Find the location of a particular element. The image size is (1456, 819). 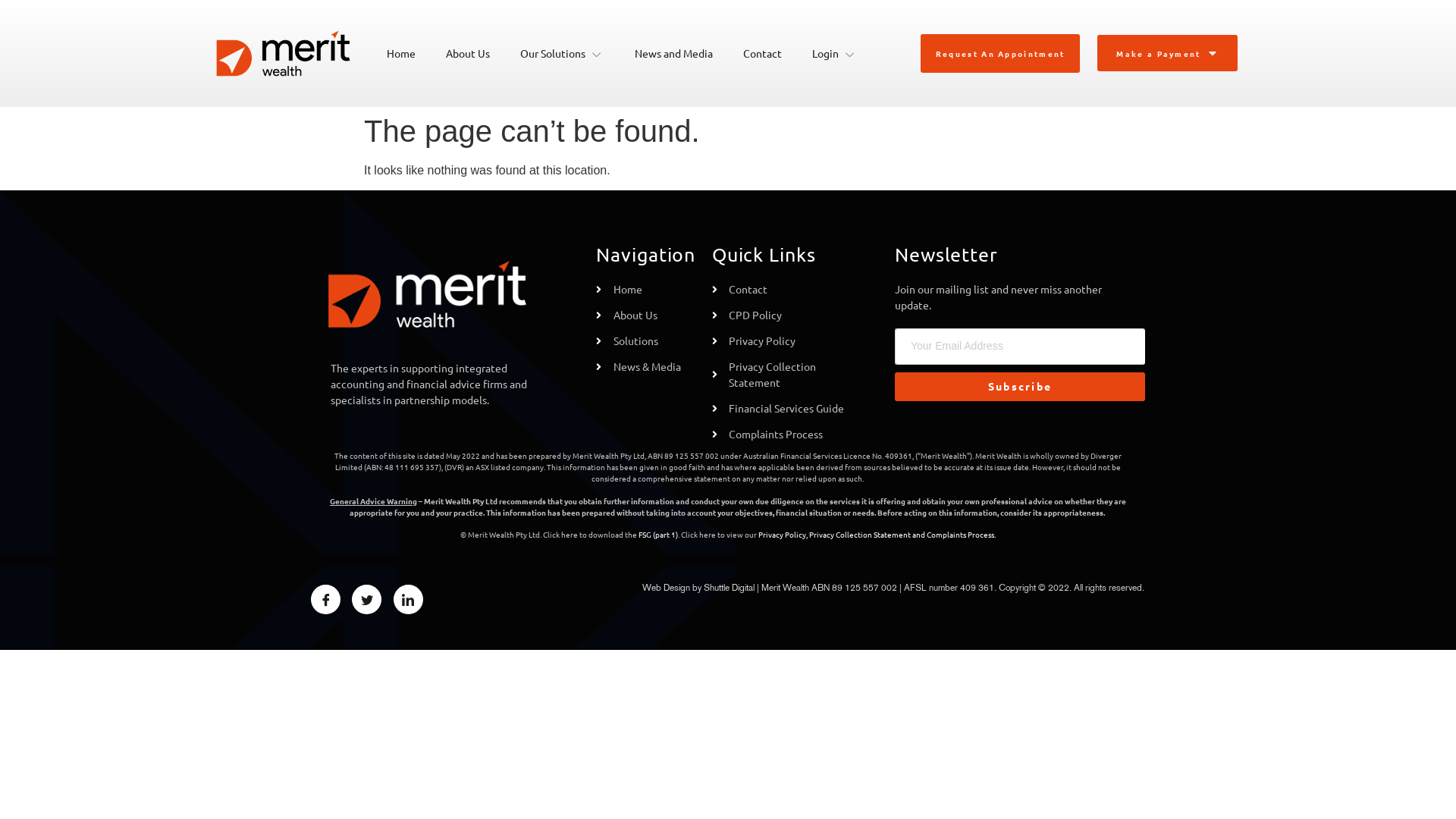

'Make a Payment' is located at coordinates (1099, 52).